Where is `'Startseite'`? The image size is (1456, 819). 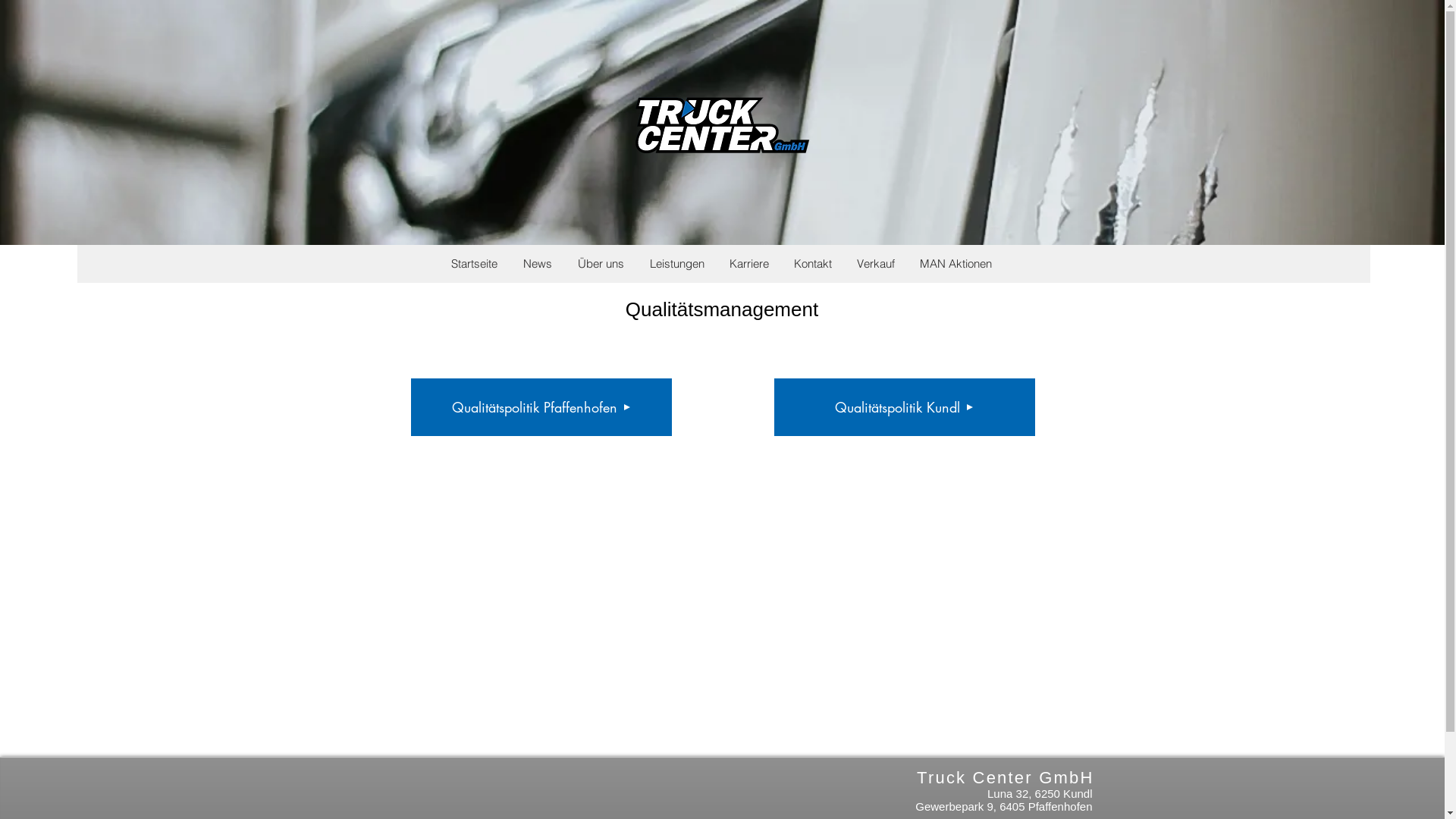 'Startseite' is located at coordinates (437, 262).